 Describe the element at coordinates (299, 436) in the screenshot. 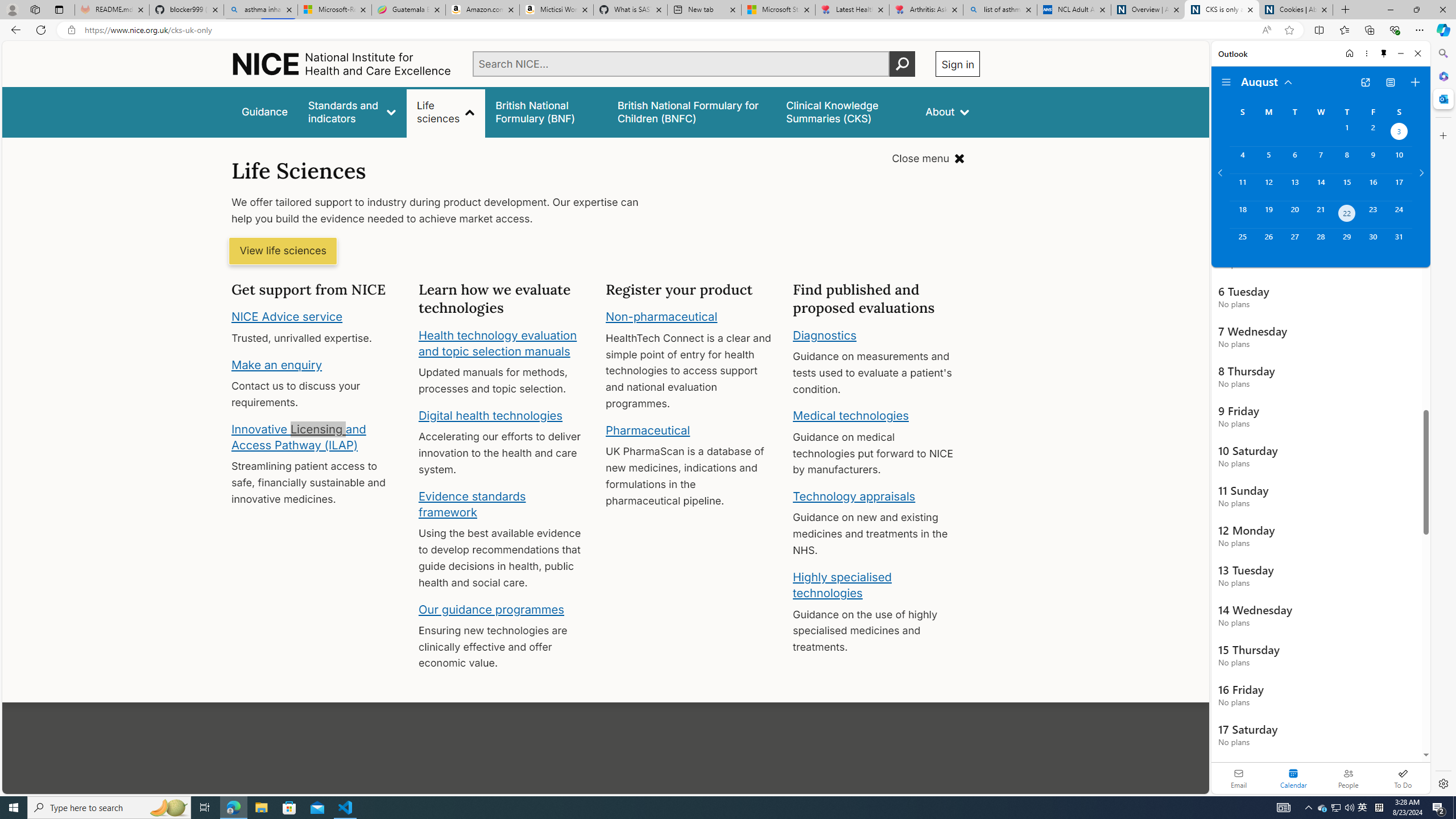

I see `'Innovative Licensing and Access Pathway (ILAP)'` at that location.